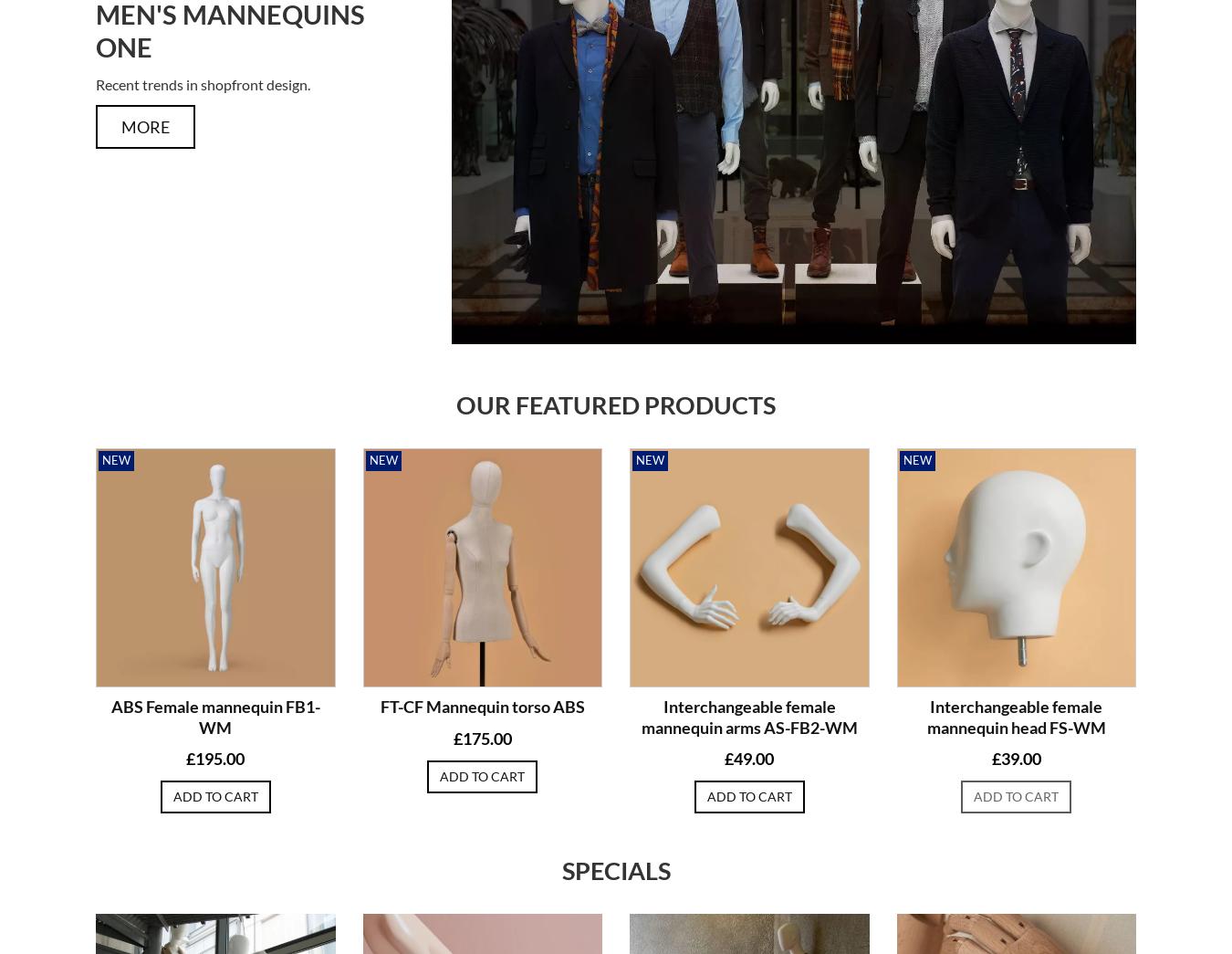 This screenshot has width=1232, height=954. Describe the element at coordinates (1015, 717) in the screenshot. I see `'Interchangeable female mannequin head FS-WM'` at that location.